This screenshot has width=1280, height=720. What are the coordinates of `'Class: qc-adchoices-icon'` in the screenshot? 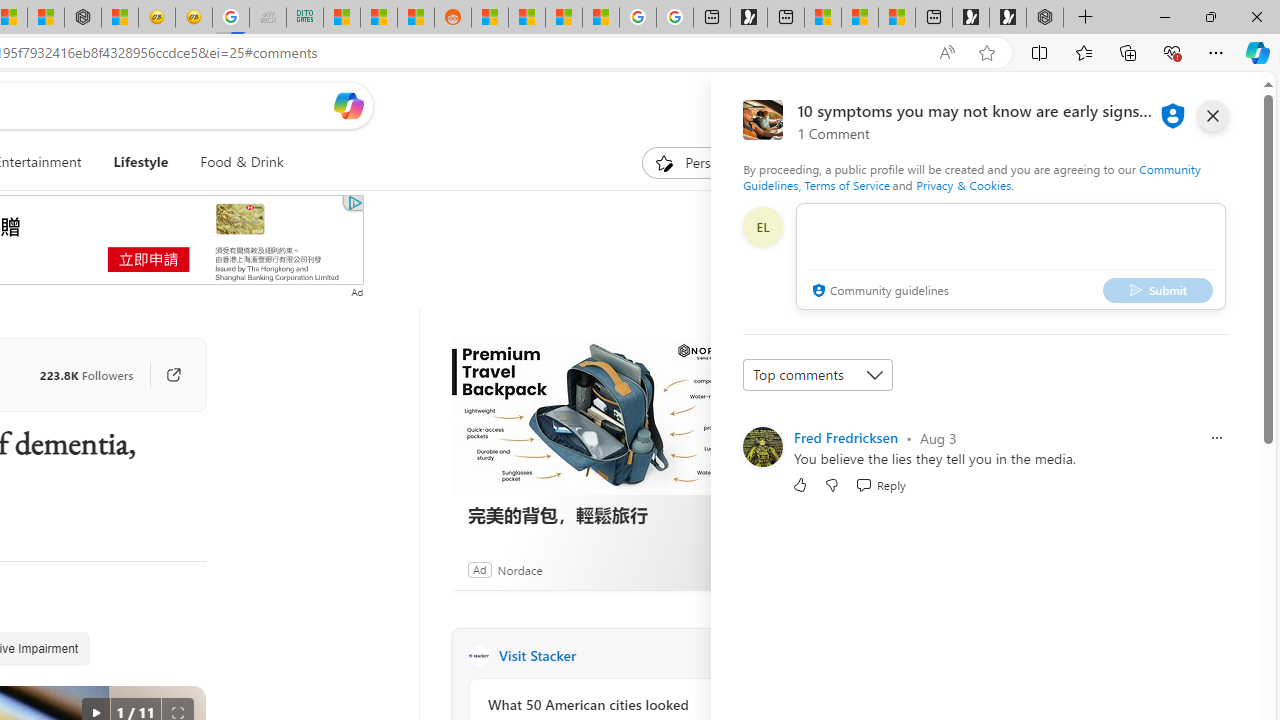 It's located at (355, 203).